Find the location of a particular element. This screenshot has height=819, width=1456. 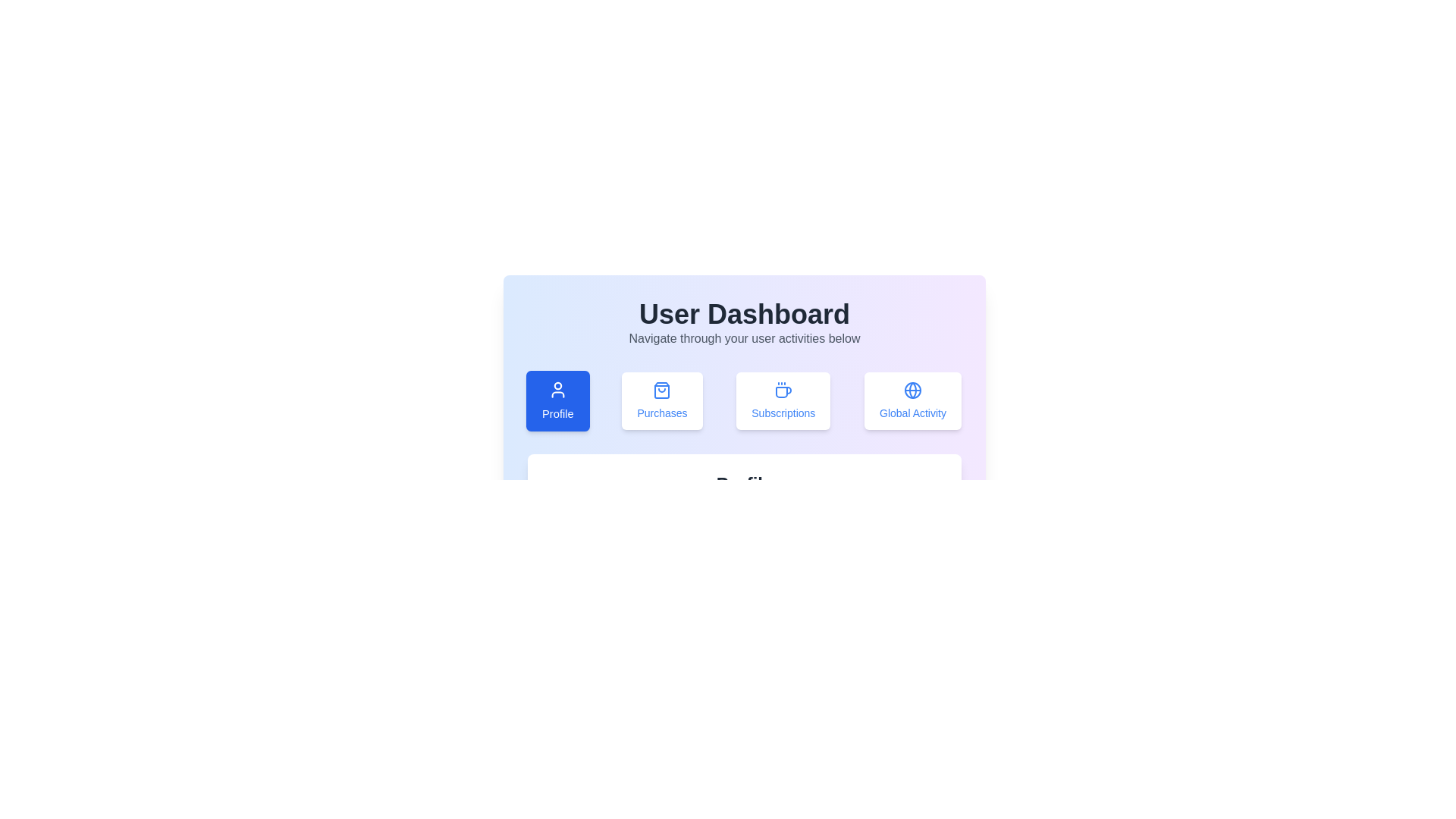

the Global Activity tab to view its content is located at coordinates (912, 400).